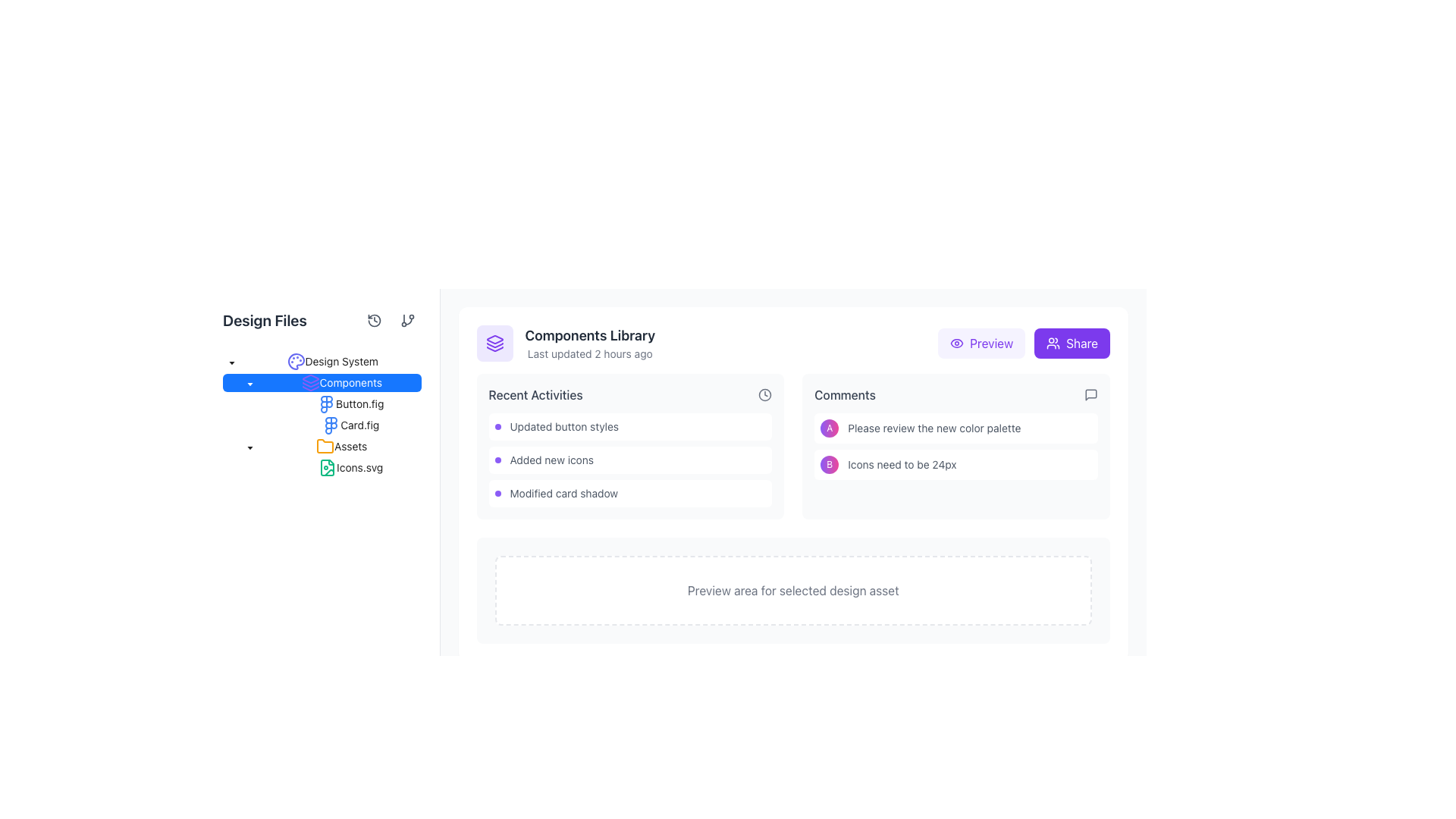  I want to click on the user-sharing icon located on the left side of the 'Share' button, which is next to the 'Preview' button at the top-right of the interface, so click(1053, 343).